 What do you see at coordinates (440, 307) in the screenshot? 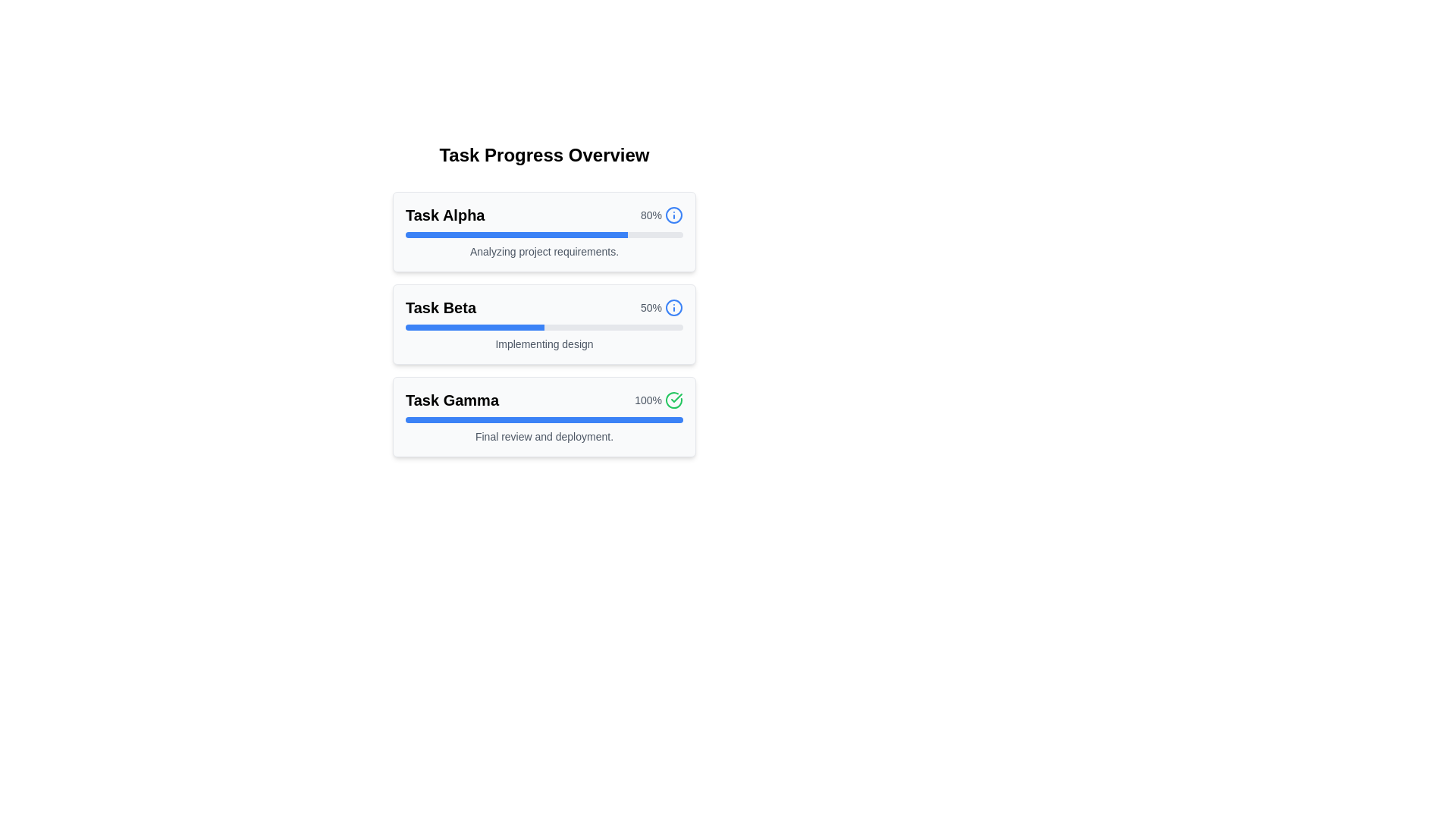
I see `the text label displaying 'Task Beta'` at bounding box center [440, 307].